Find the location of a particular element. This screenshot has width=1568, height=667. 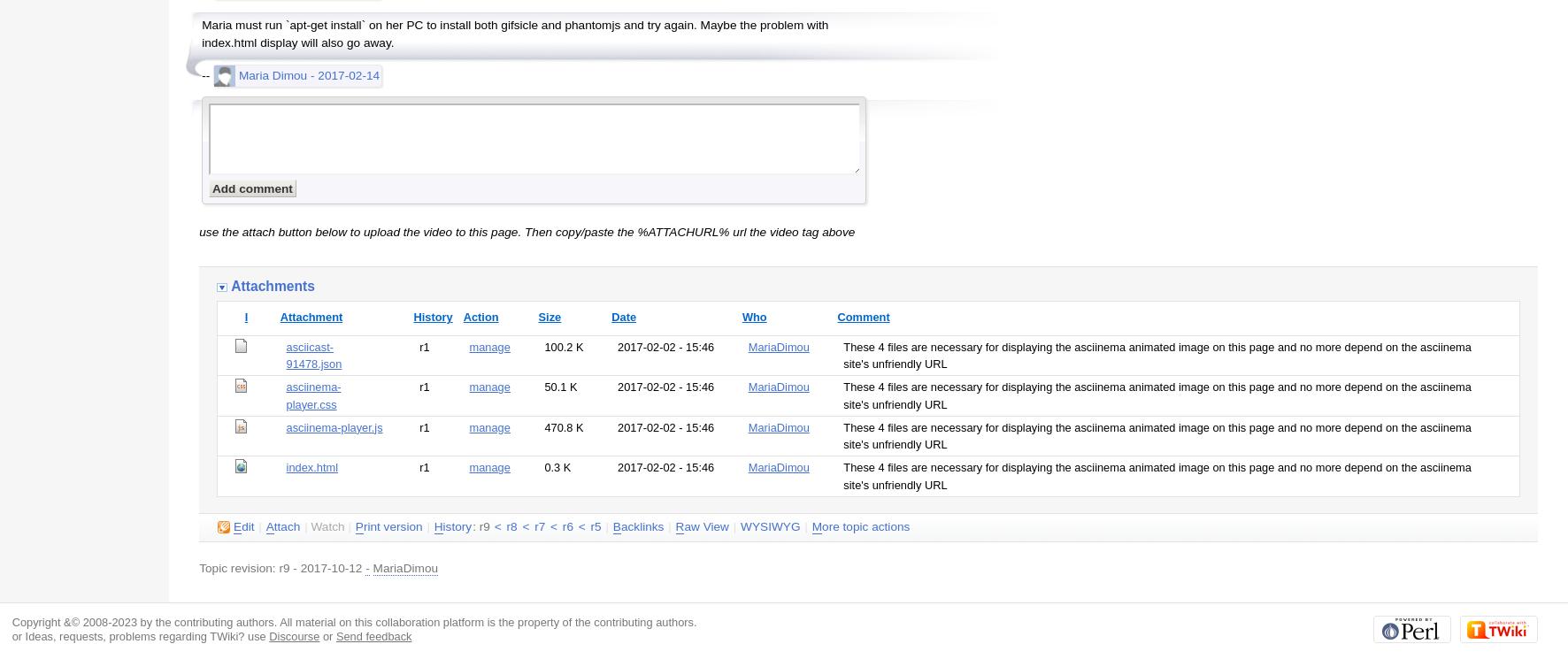

'acklinks' is located at coordinates (641, 525).